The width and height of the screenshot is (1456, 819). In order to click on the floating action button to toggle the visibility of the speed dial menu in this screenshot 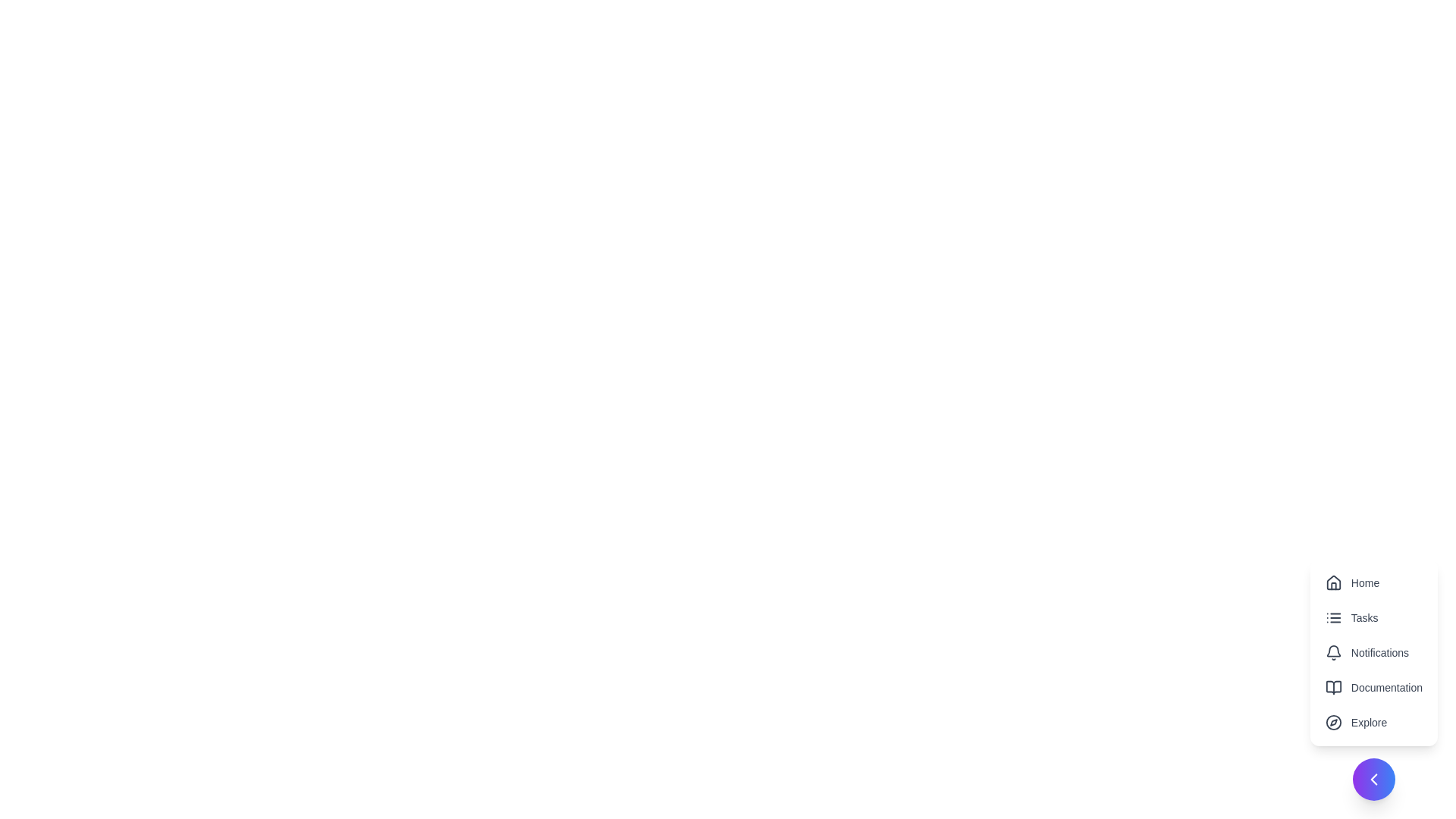, I will do `click(1373, 780)`.